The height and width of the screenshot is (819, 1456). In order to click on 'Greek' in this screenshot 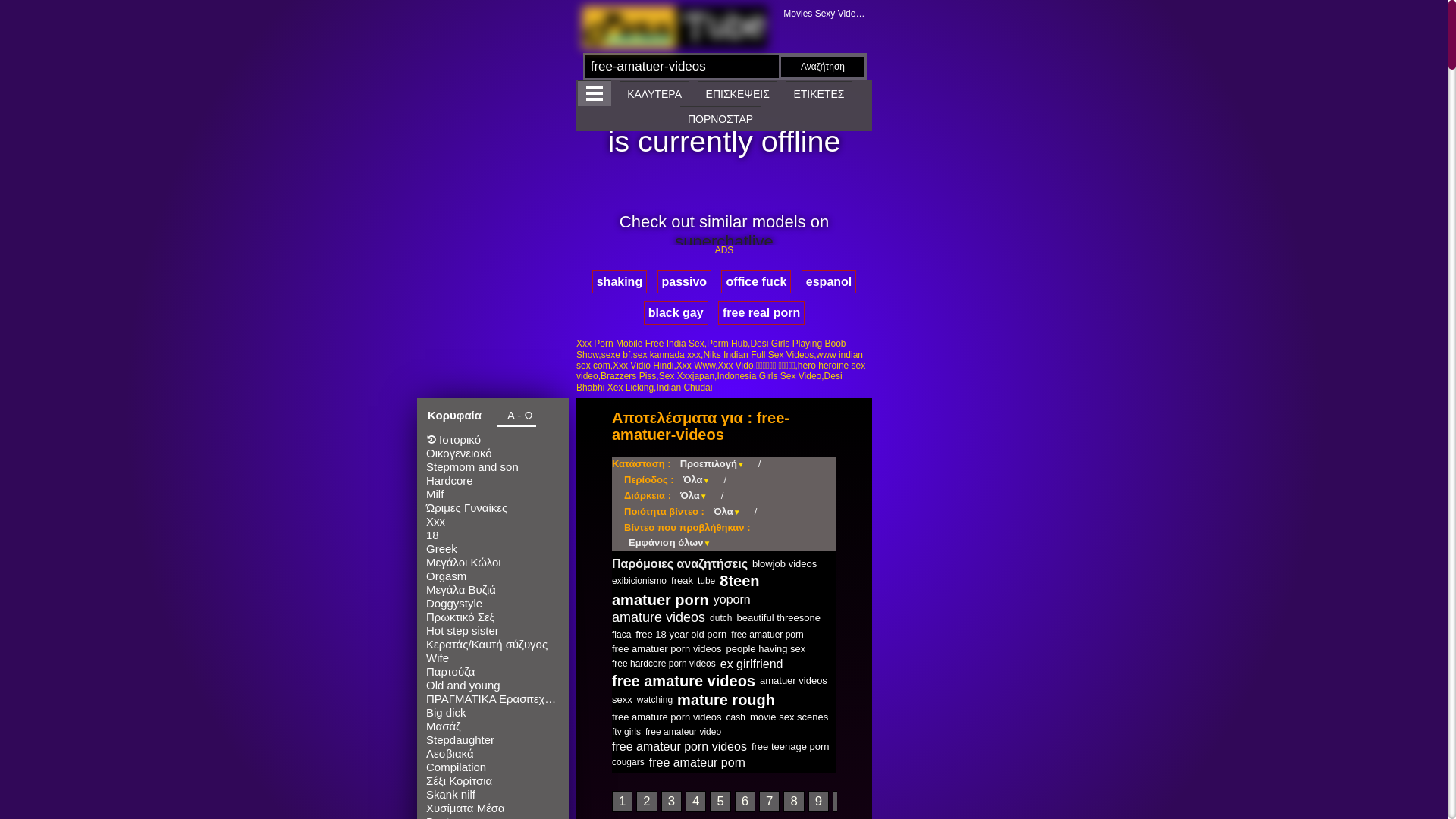, I will do `click(492, 549)`.